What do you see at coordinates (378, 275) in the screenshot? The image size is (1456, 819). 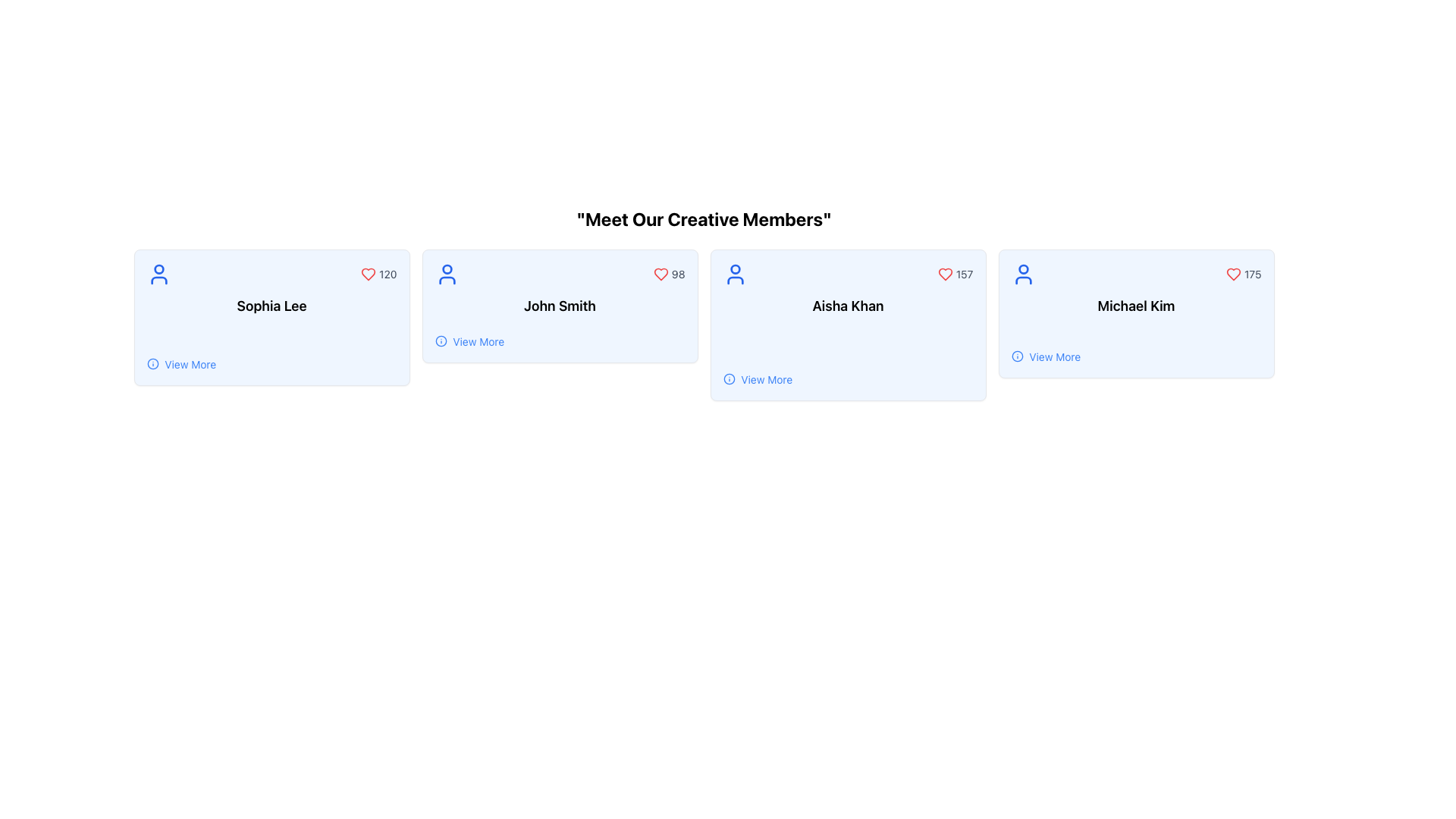 I see `number '120' displayed next to the red heart icon in the likes count section for 'Sophia Lee'` at bounding box center [378, 275].